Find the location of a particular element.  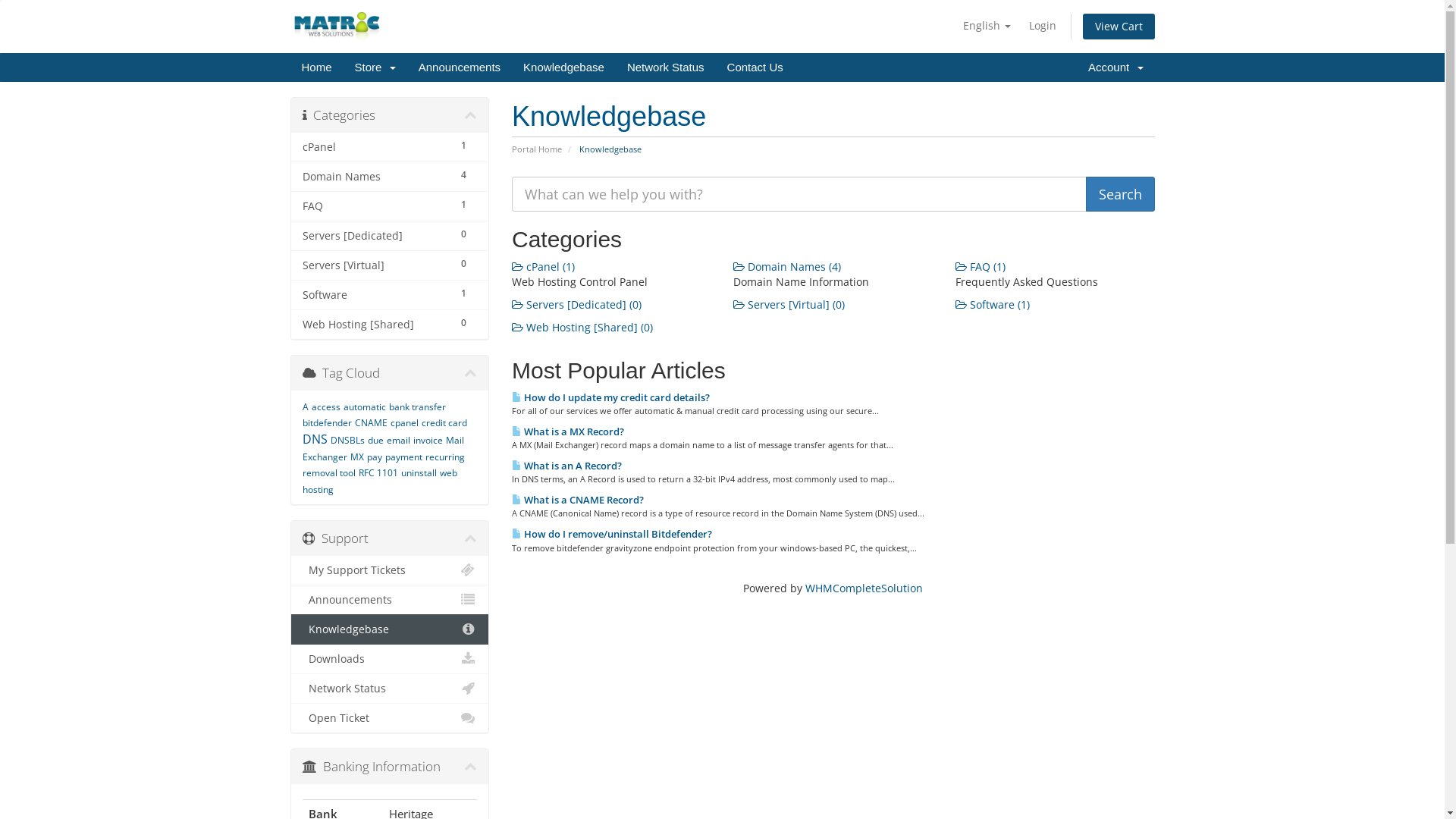

'recurring' is located at coordinates (443, 456).